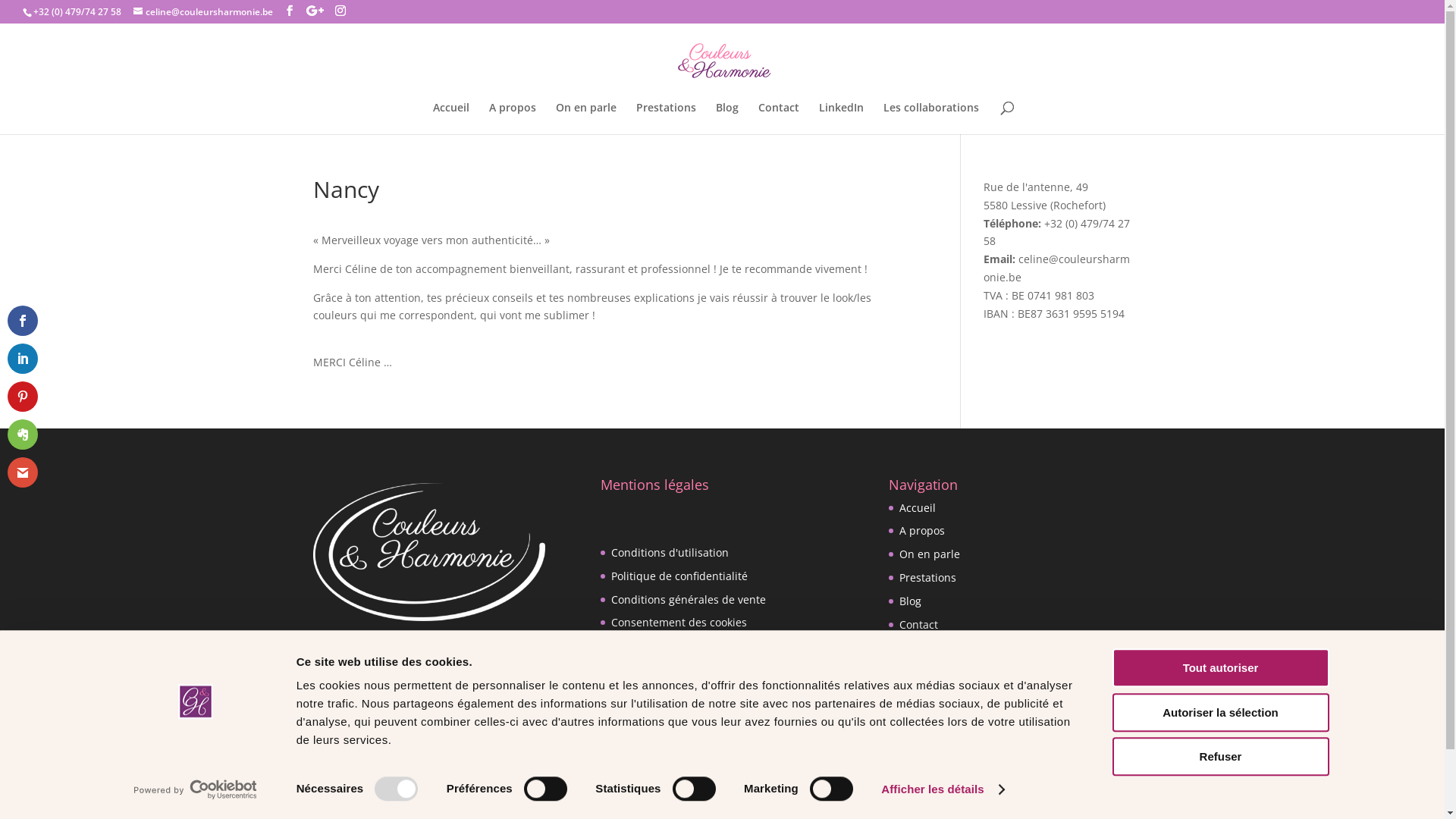 Image resolution: width=1456 pixels, height=819 pixels. Describe the element at coordinates (1219, 756) in the screenshot. I see `'Refuser'` at that location.